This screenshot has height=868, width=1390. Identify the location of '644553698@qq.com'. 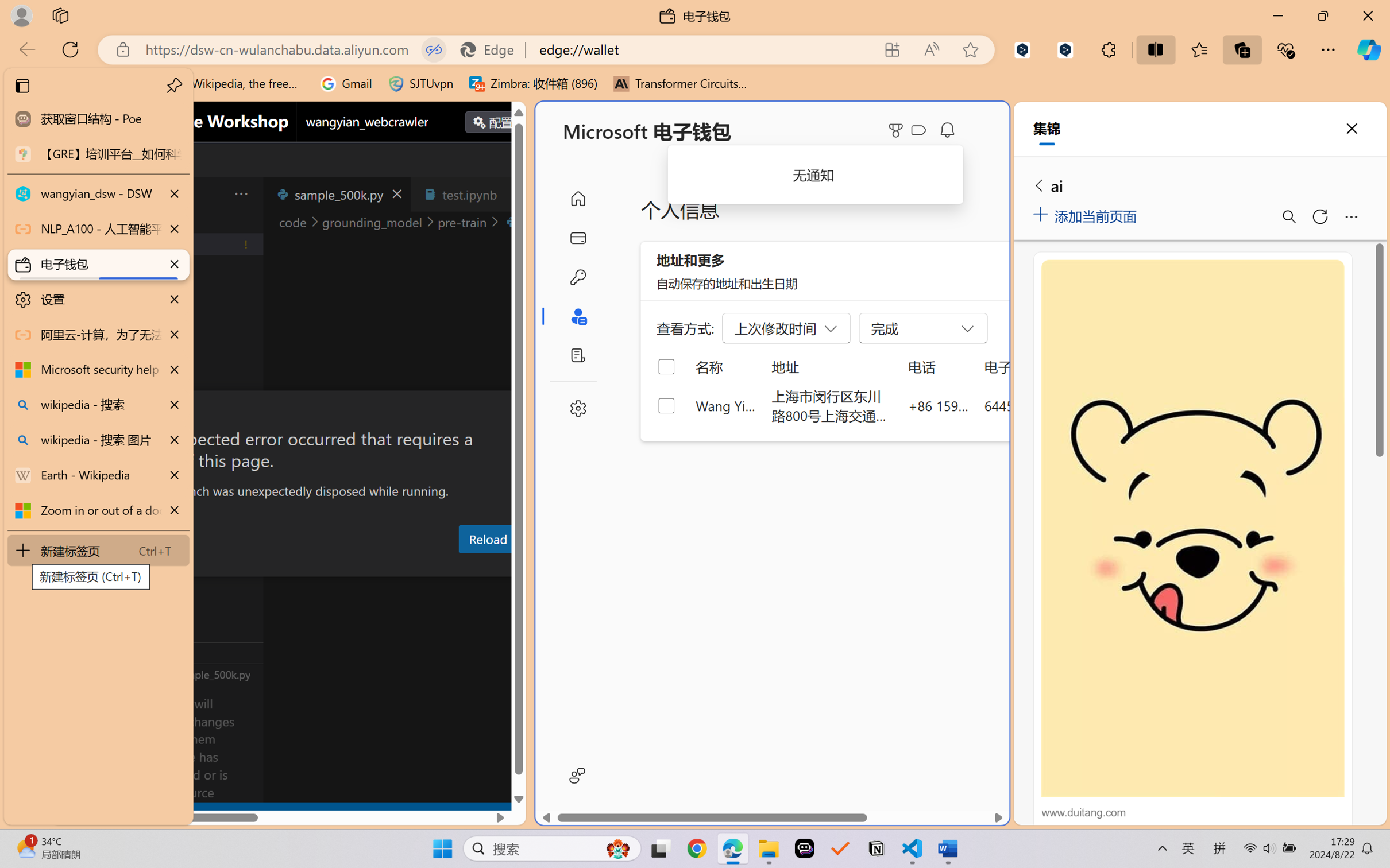
(1044, 405).